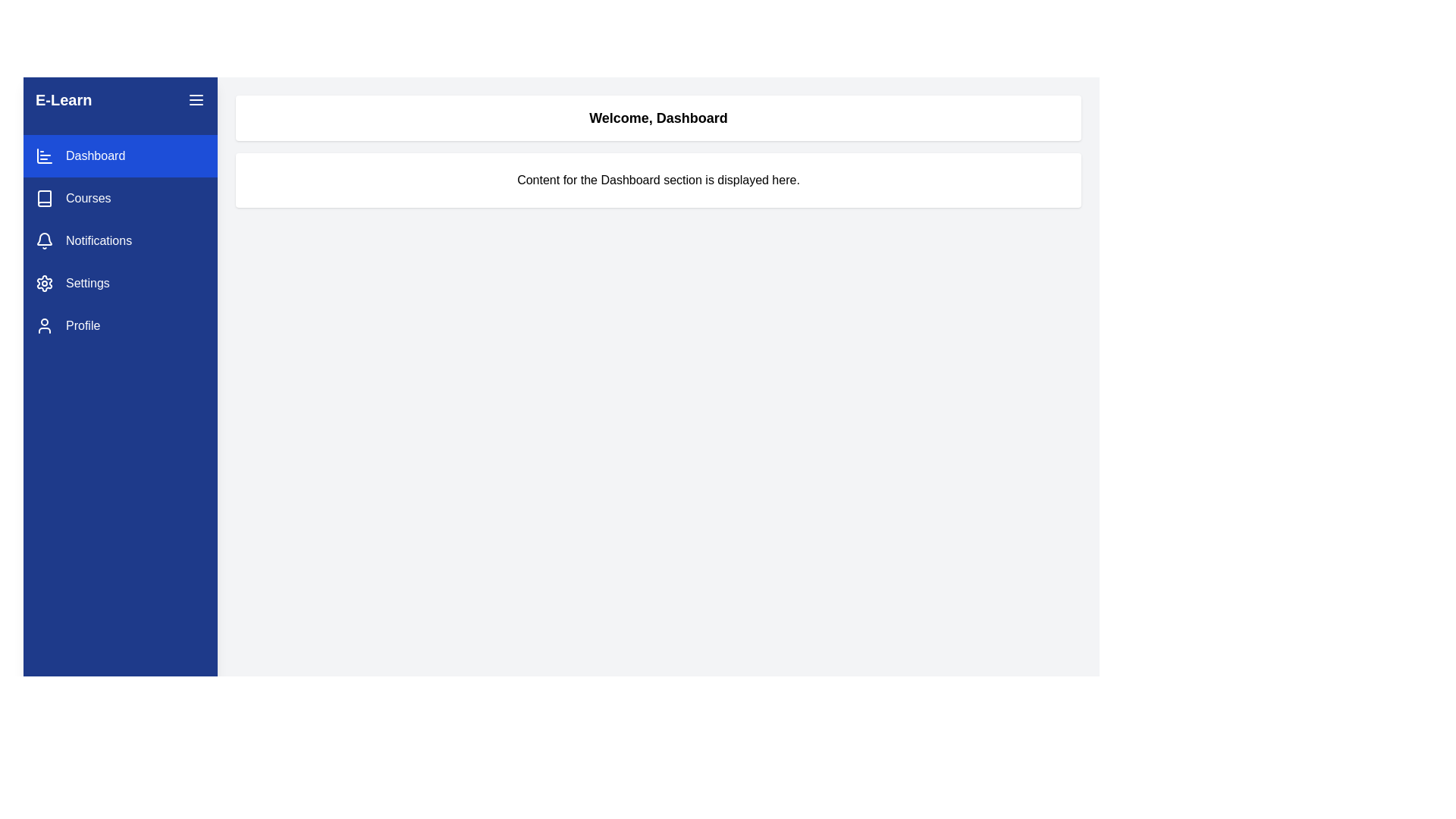 The width and height of the screenshot is (1456, 819). What do you see at coordinates (119, 99) in the screenshot?
I see `the text label or heading at the top of the blue vertical sidebar on the left, which represents the name of the application or website` at bounding box center [119, 99].